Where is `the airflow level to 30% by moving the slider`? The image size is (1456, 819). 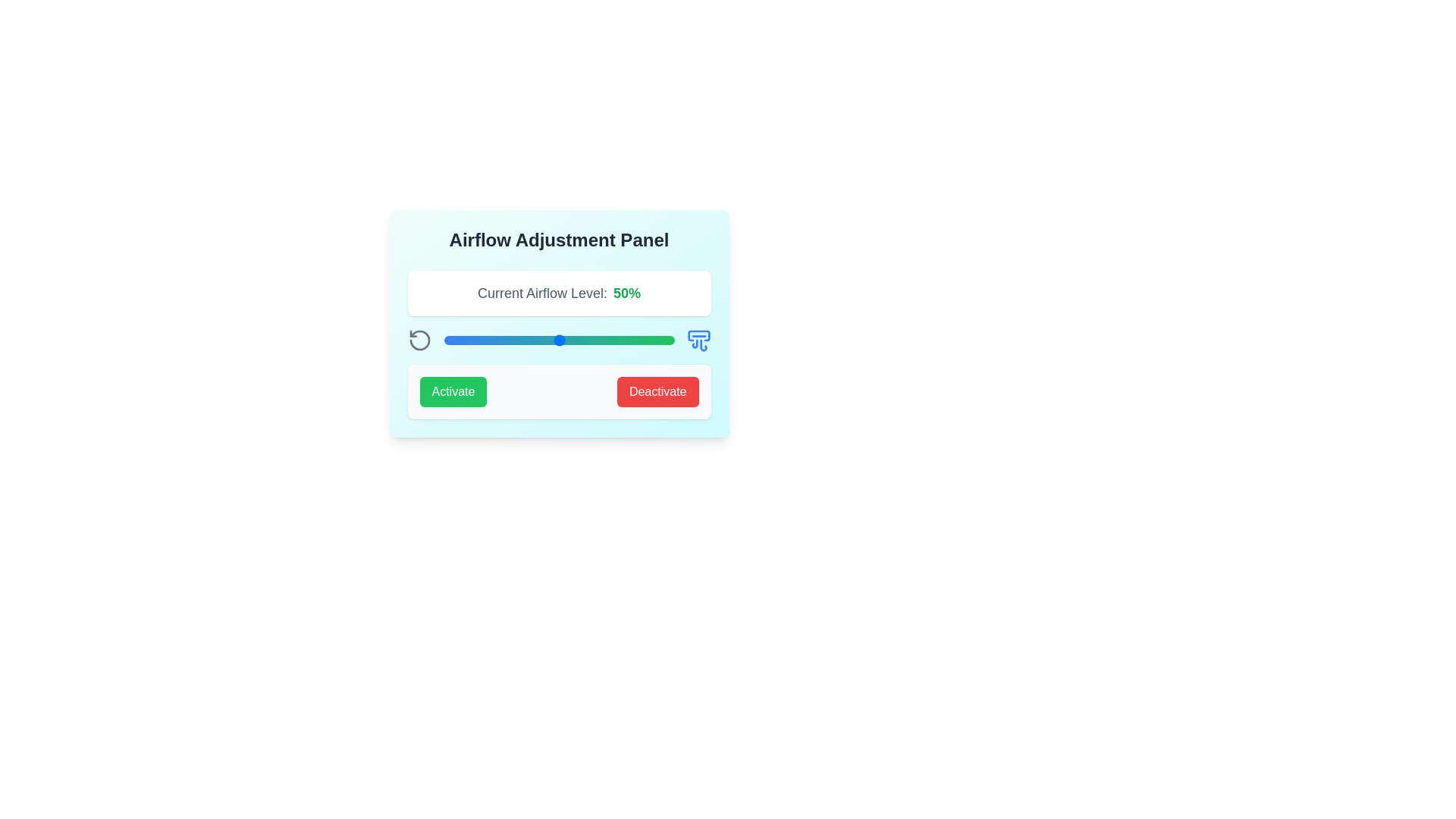 the airflow level to 30% by moving the slider is located at coordinates (513, 339).